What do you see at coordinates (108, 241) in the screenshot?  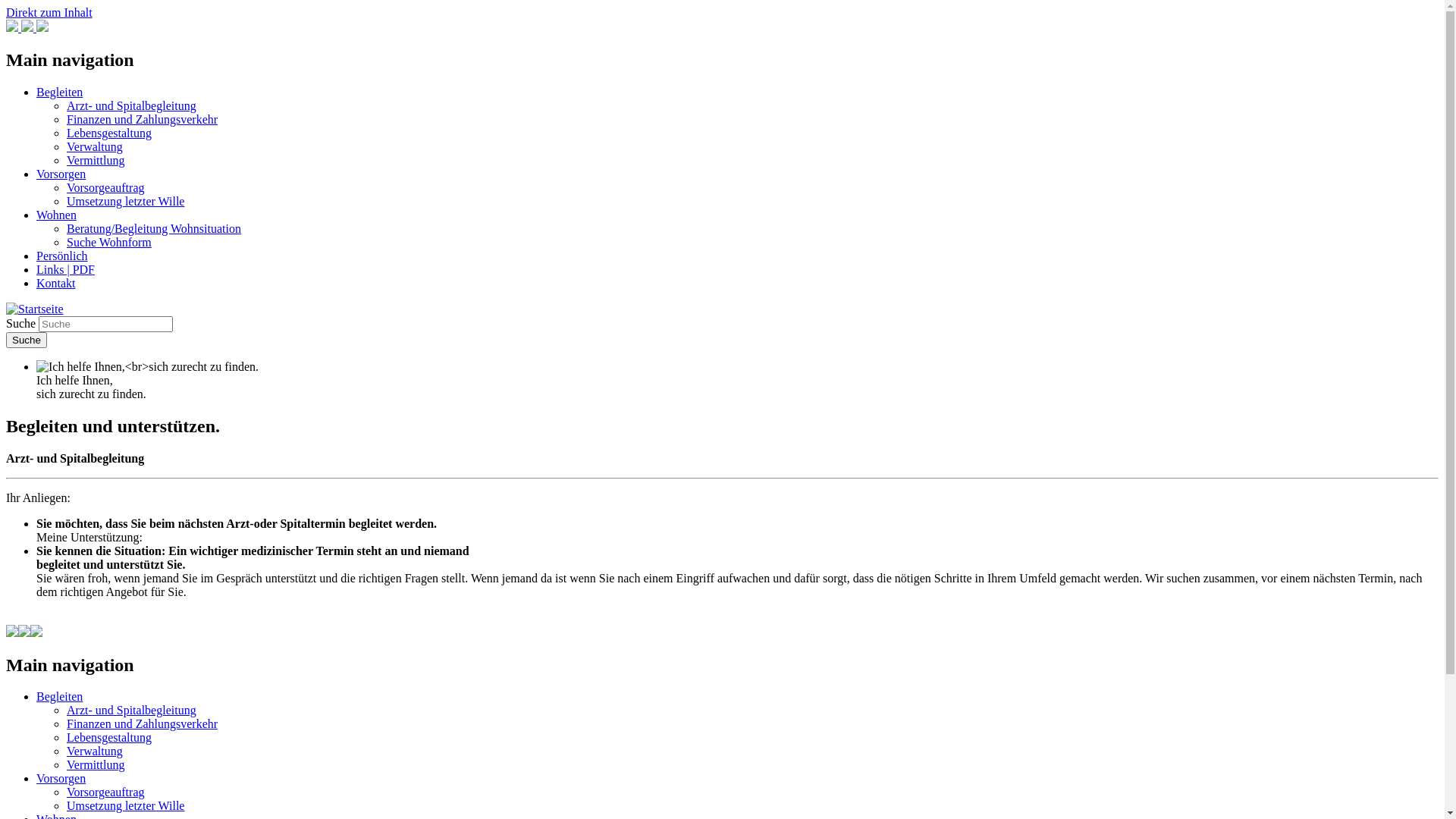 I see `'Suche Wohnform'` at bounding box center [108, 241].